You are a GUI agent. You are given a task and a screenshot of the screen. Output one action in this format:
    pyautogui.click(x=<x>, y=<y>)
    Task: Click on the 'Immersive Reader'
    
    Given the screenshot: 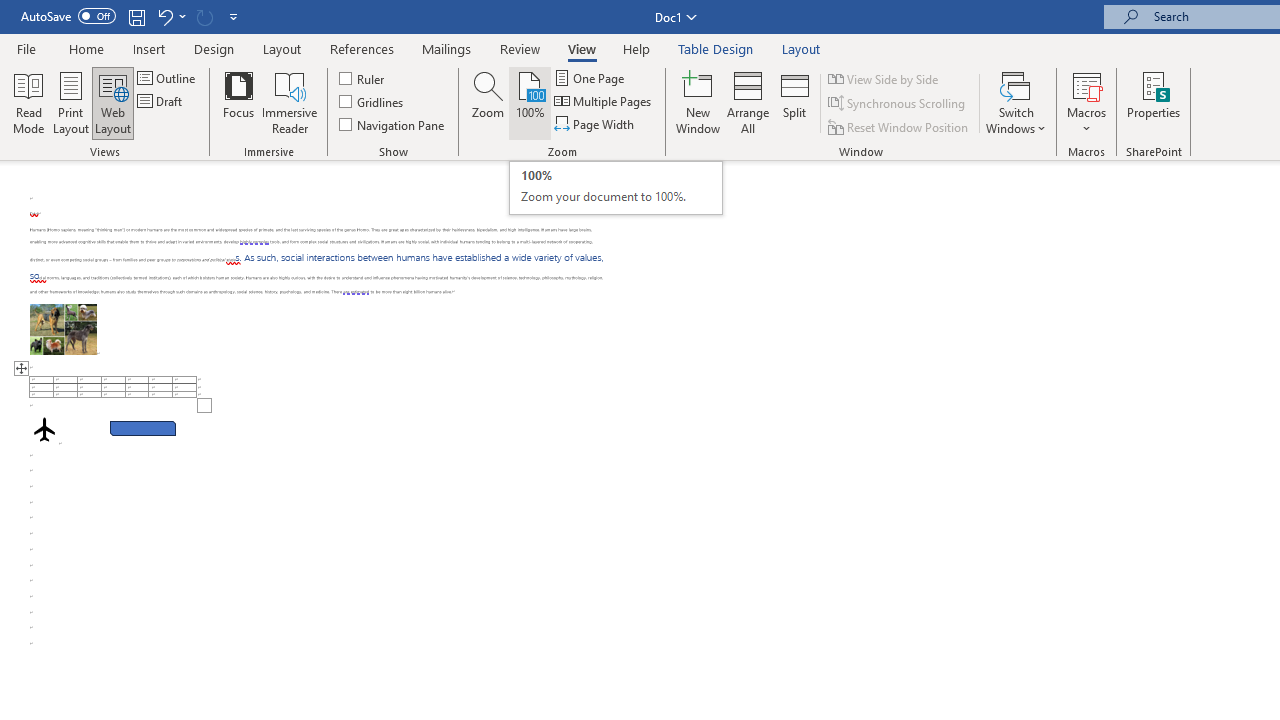 What is the action you would take?
    pyautogui.click(x=288, y=103)
    